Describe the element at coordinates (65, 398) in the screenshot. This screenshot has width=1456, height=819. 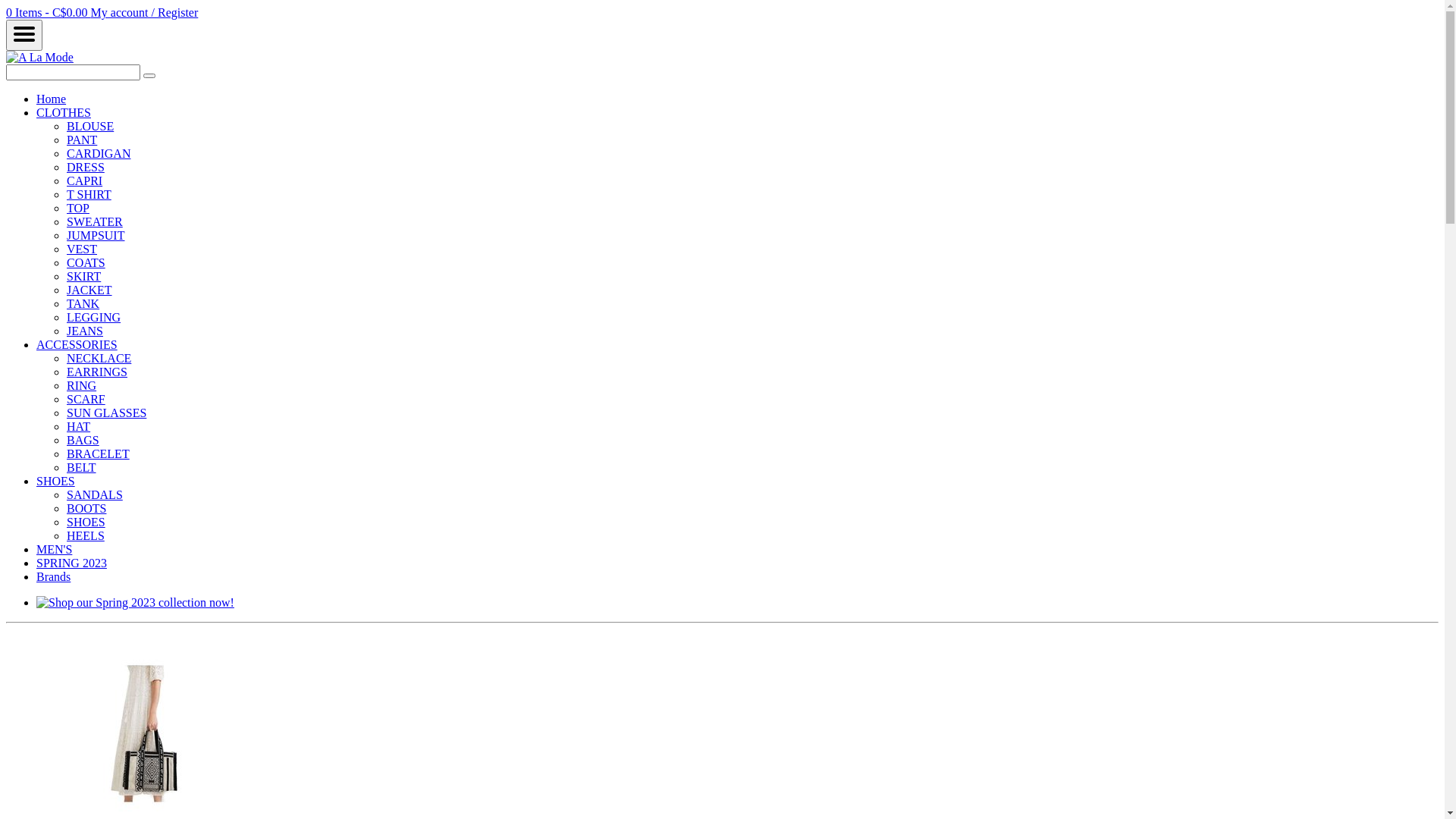
I see `'SCARF'` at that location.